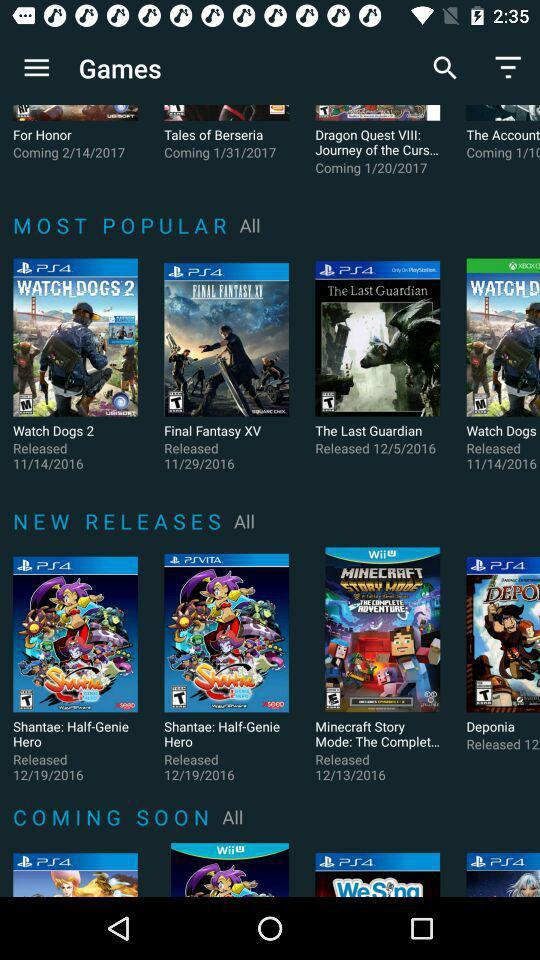 Image resolution: width=540 pixels, height=960 pixels. Describe the element at coordinates (120, 520) in the screenshot. I see `n e w` at that location.